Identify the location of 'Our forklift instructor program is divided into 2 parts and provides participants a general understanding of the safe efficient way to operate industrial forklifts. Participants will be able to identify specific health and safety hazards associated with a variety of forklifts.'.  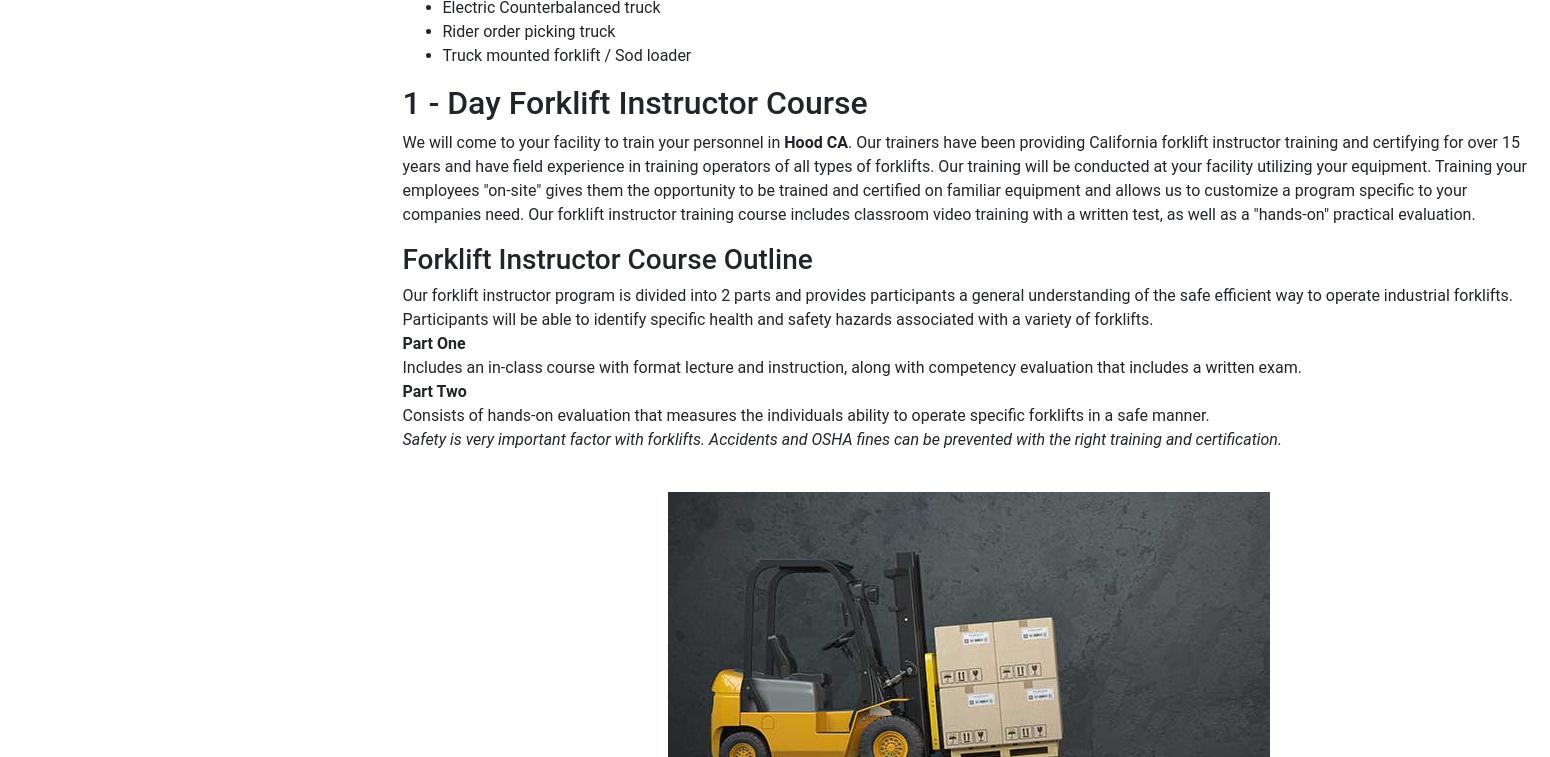
(956, 306).